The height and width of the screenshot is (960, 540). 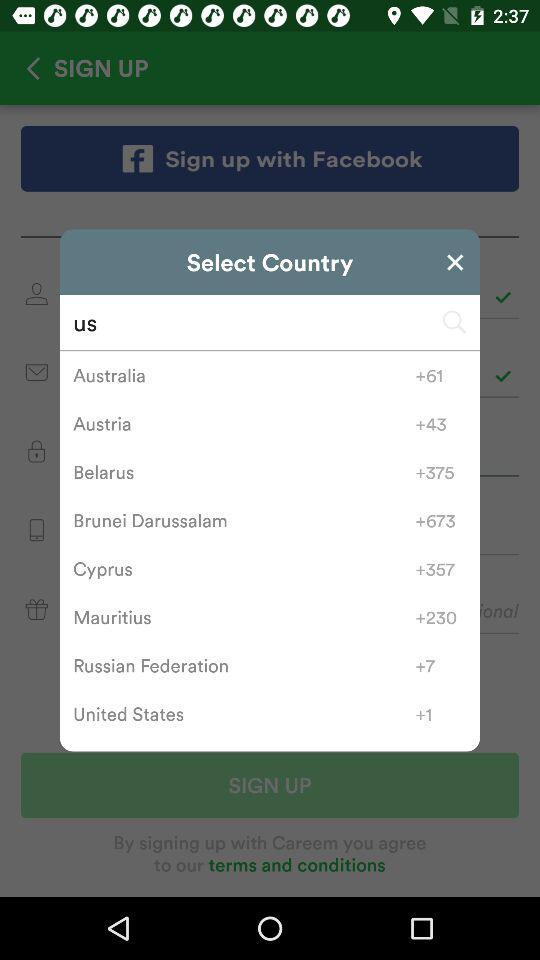 I want to click on exit from screen, so click(x=455, y=261).